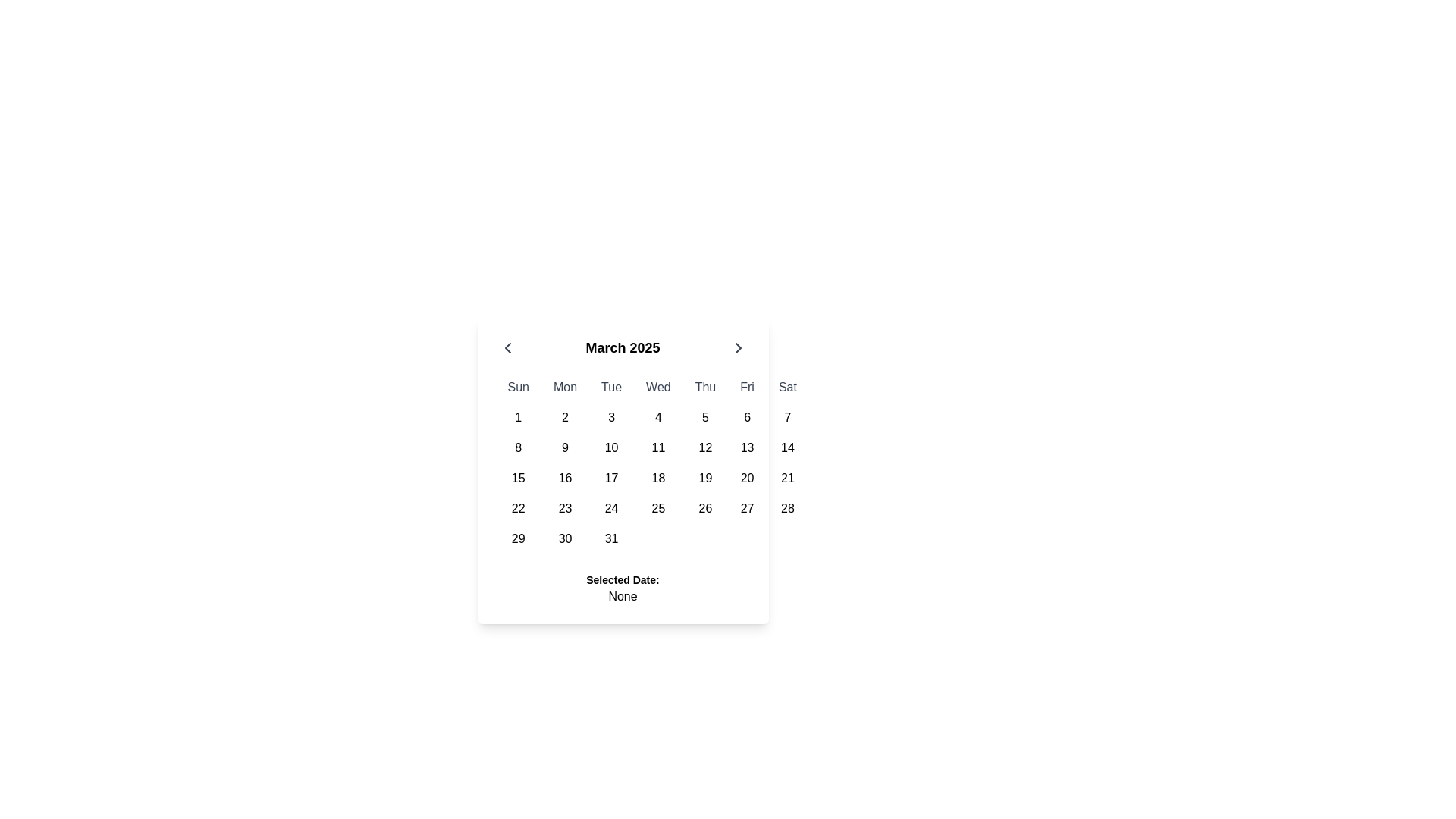 Image resolution: width=1456 pixels, height=819 pixels. What do you see at coordinates (564, 418) in the screenshot?
I see `the clickable date label representing the date '2' in the calendar grid` at bounding box center [564, 418].